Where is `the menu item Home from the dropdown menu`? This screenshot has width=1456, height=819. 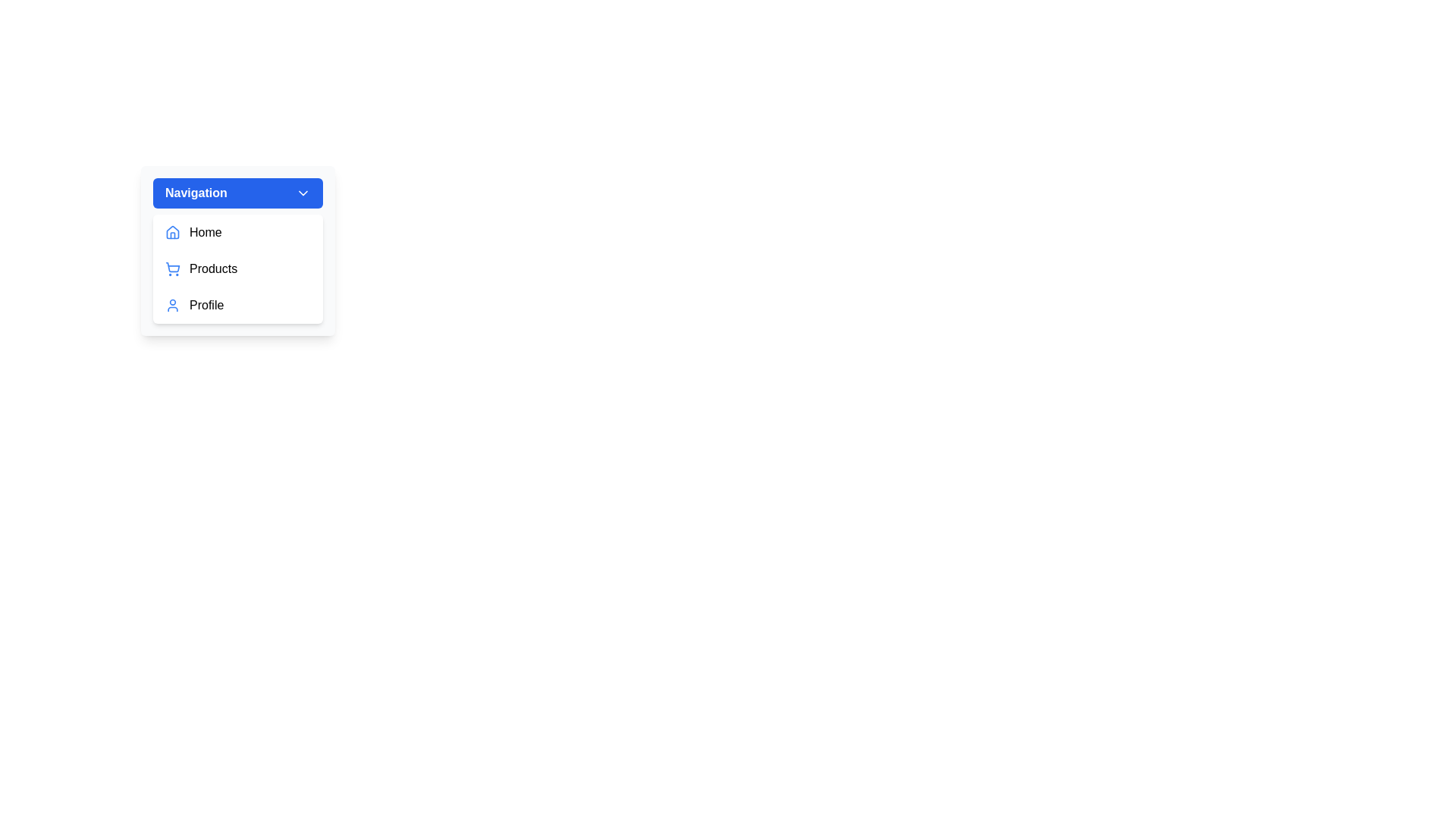 the menu item Home from the dropdown menu is located at coordinates (237, 233).